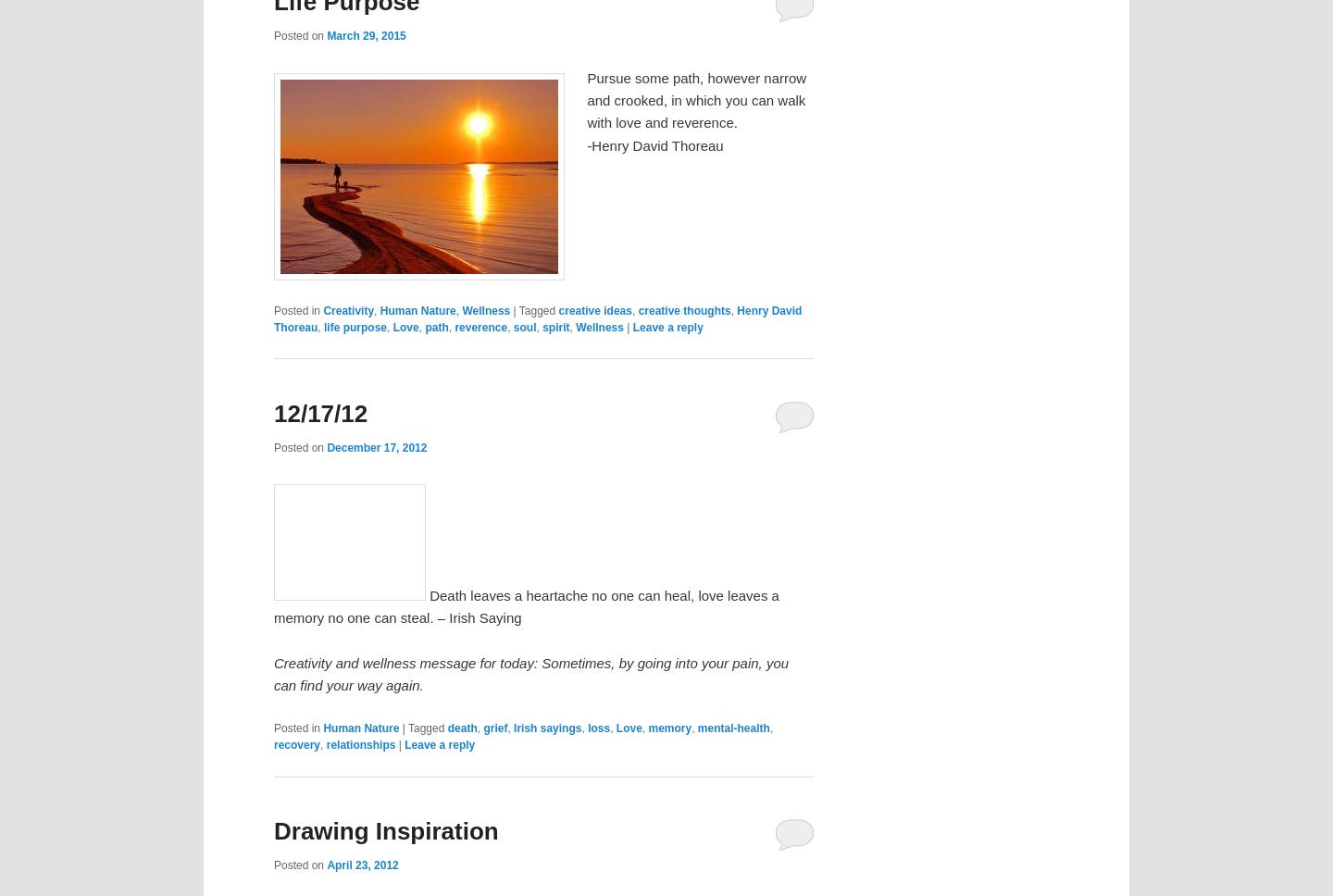 The image size is (1333, 896). I want to click on 'December 17, 2012', so click(375, 446).